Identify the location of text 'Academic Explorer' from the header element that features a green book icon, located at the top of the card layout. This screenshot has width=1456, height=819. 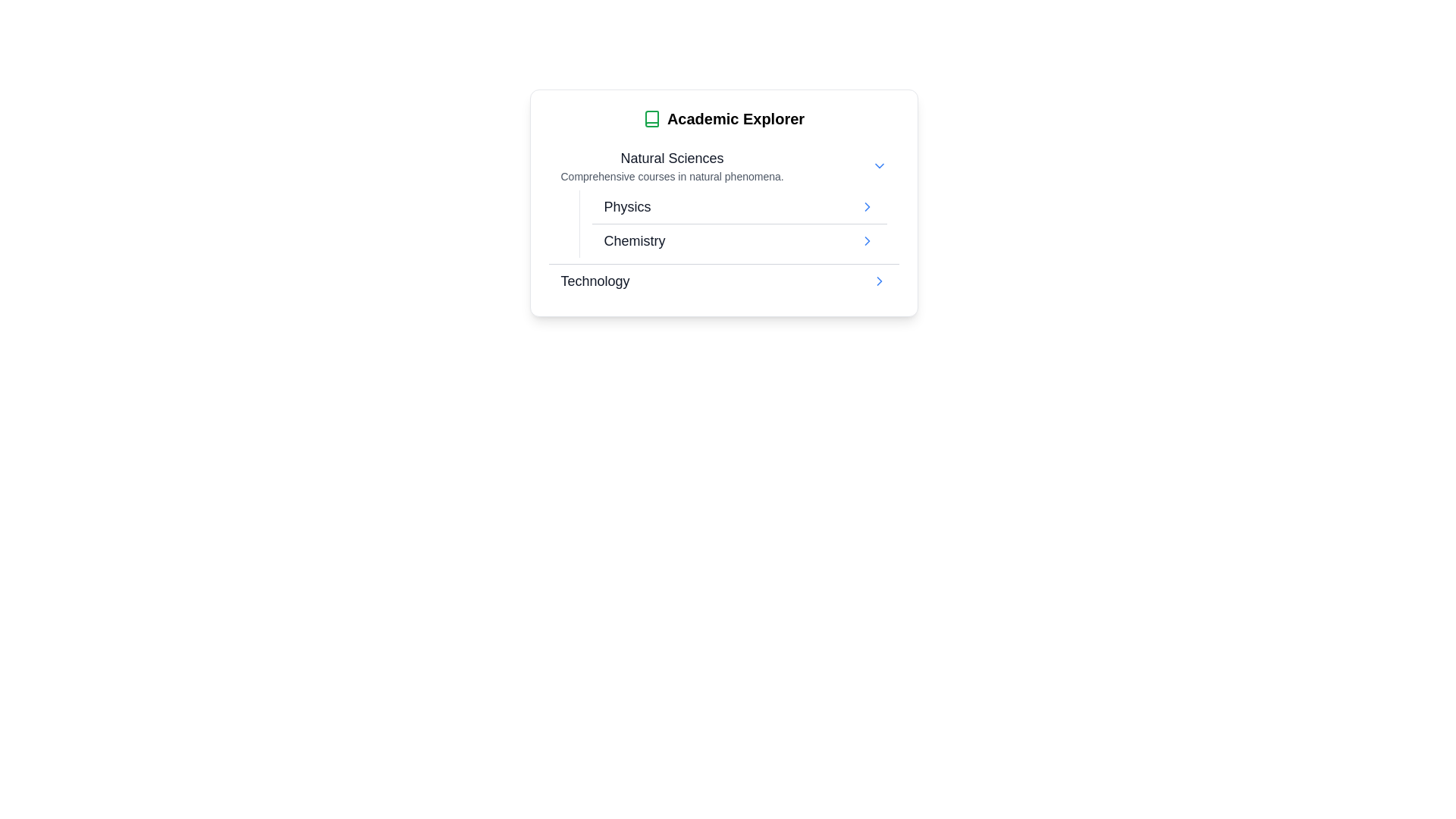
(723, 118).